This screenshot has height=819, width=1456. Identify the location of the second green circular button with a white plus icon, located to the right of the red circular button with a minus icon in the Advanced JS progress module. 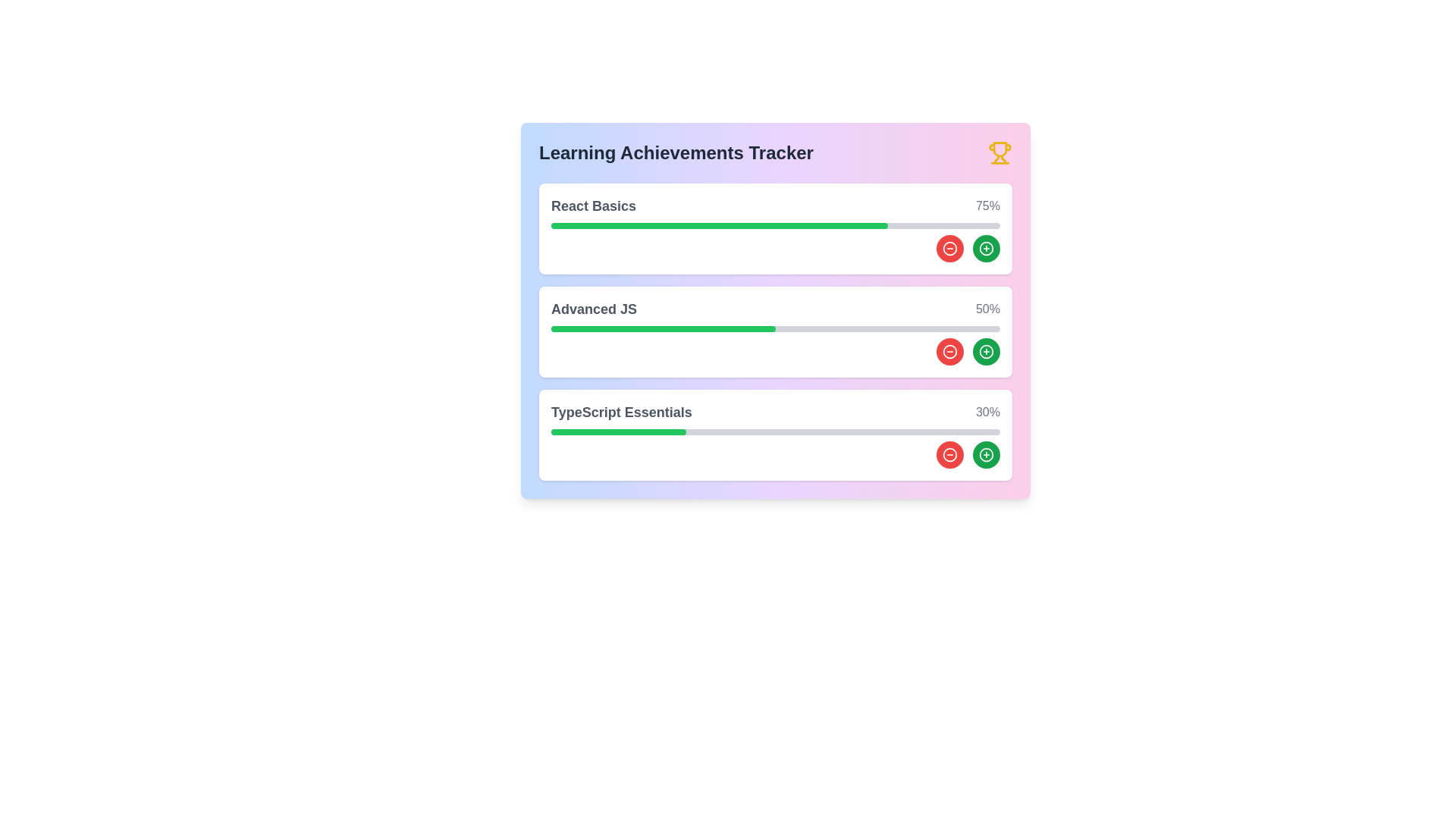
(986, 351).